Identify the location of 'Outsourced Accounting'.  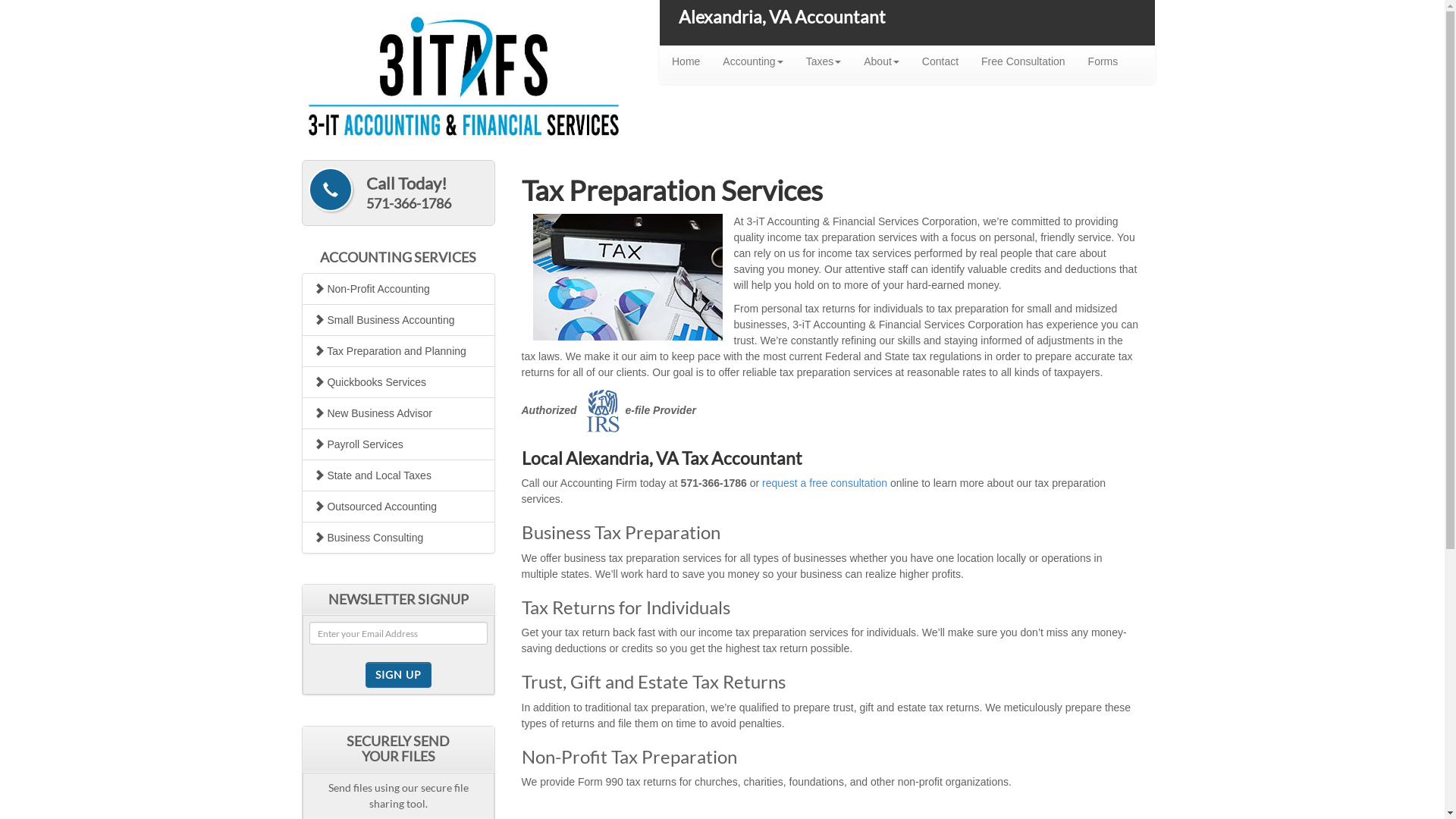
(398, 506).